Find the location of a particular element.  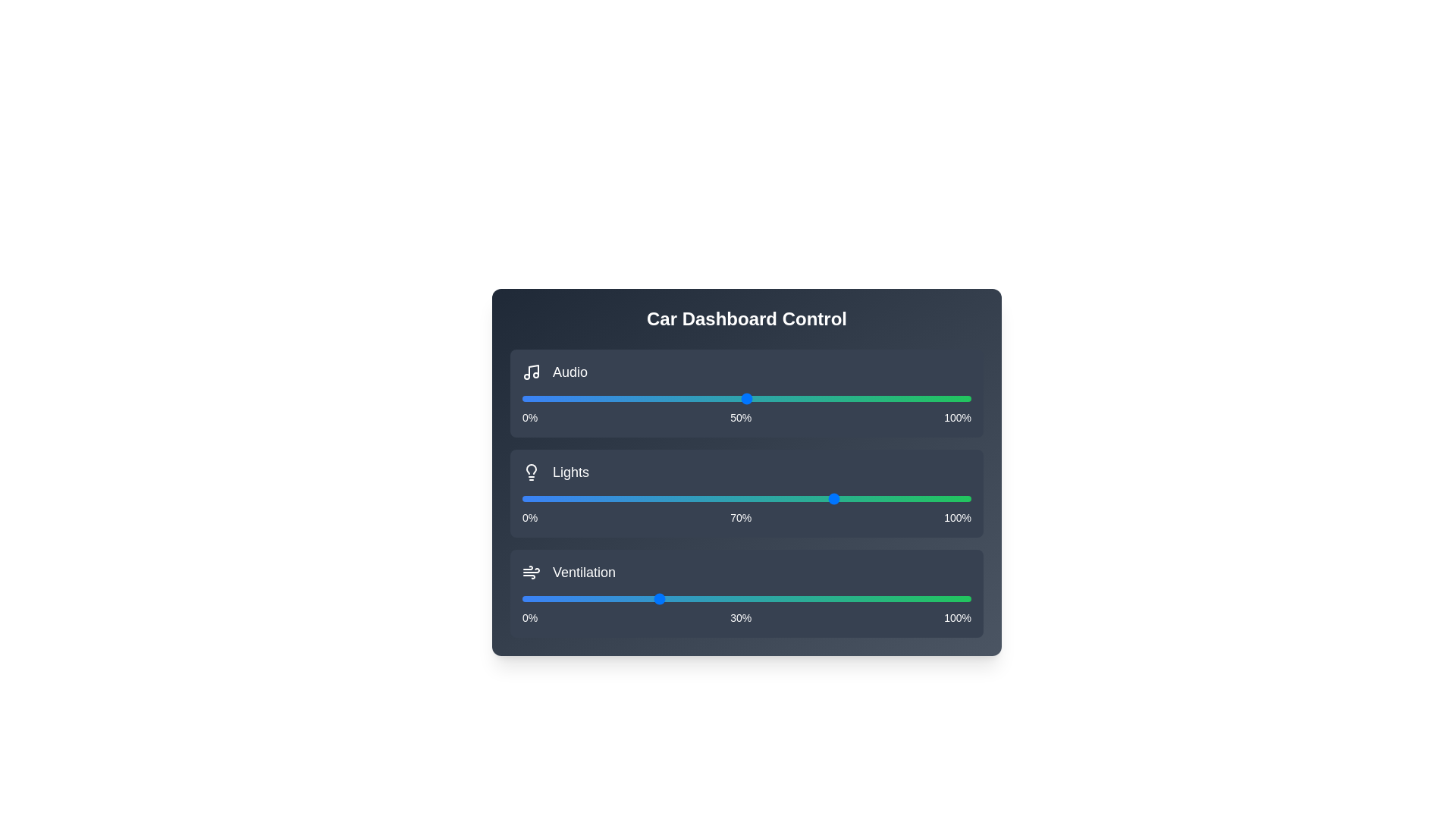

the audio slider to set the volume to 60% is located at coordinates (791, 397).